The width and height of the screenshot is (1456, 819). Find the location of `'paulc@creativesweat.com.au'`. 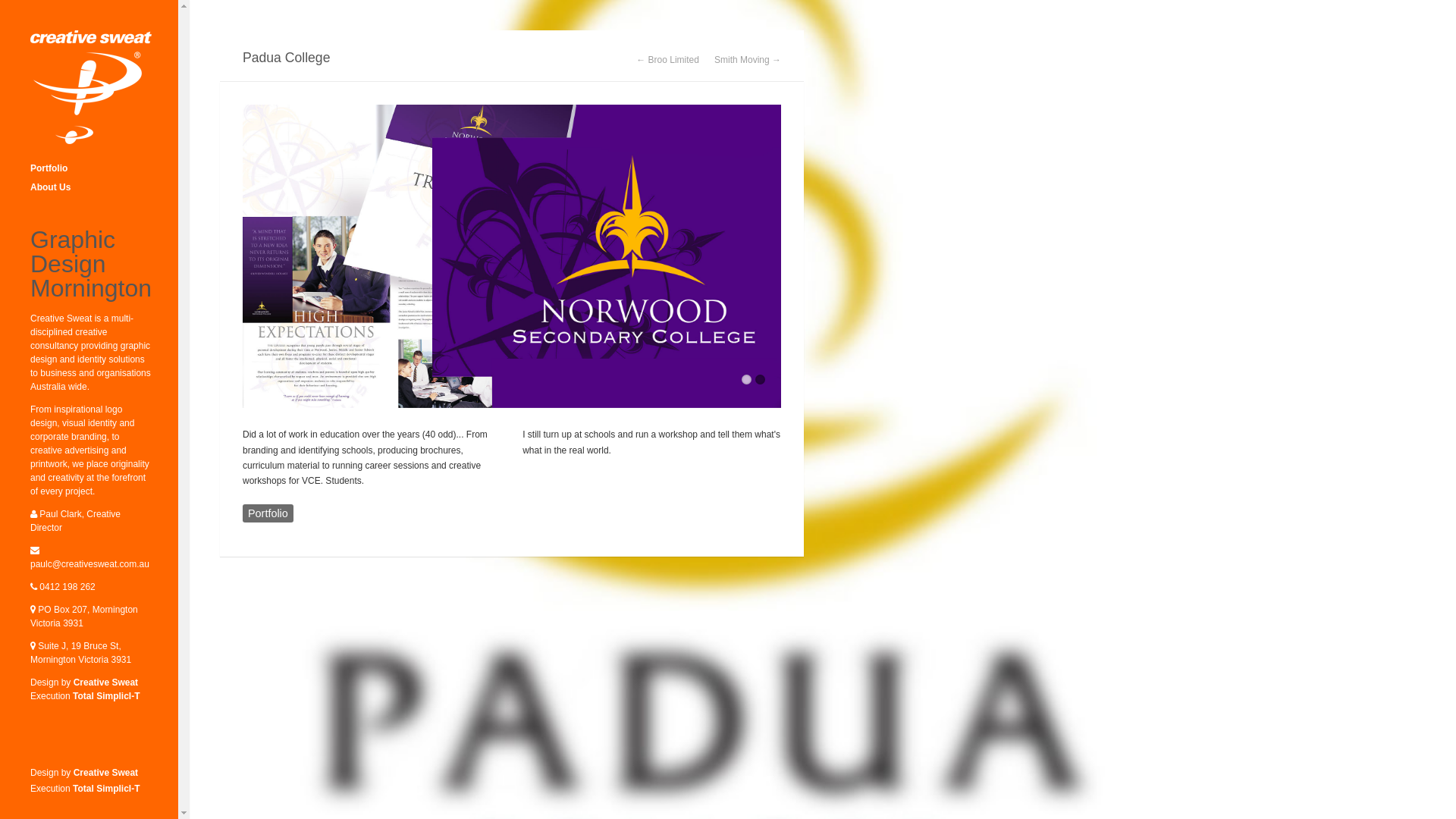

'paulc@creativesweat.com.au' is located at coordinates (89, 564).